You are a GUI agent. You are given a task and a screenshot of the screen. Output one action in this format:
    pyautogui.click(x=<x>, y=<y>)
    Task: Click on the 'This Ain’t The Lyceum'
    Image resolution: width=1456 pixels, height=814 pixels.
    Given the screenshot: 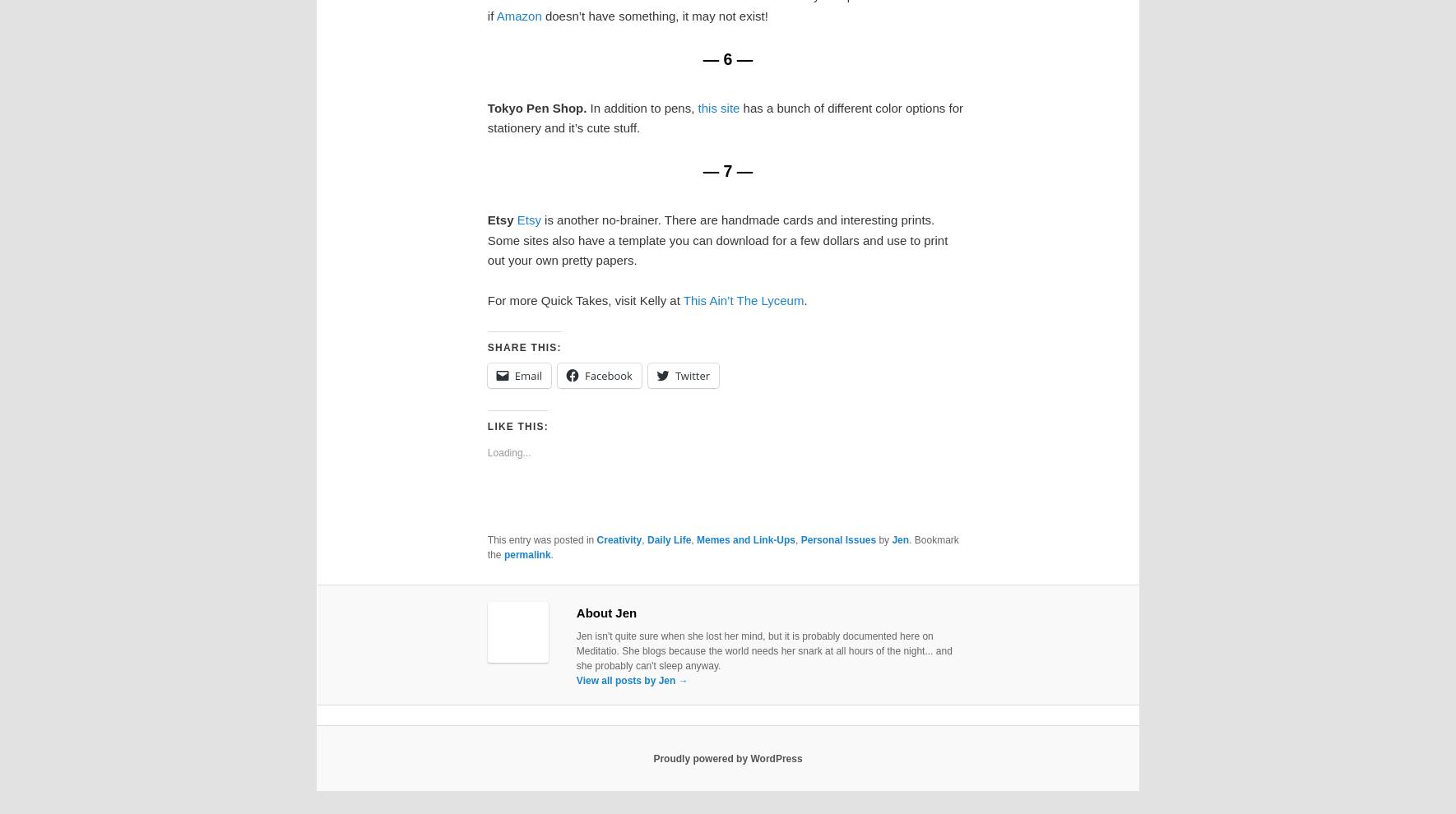 What is the action you would take?
    pyautogui.click(x=742, y=299)
    